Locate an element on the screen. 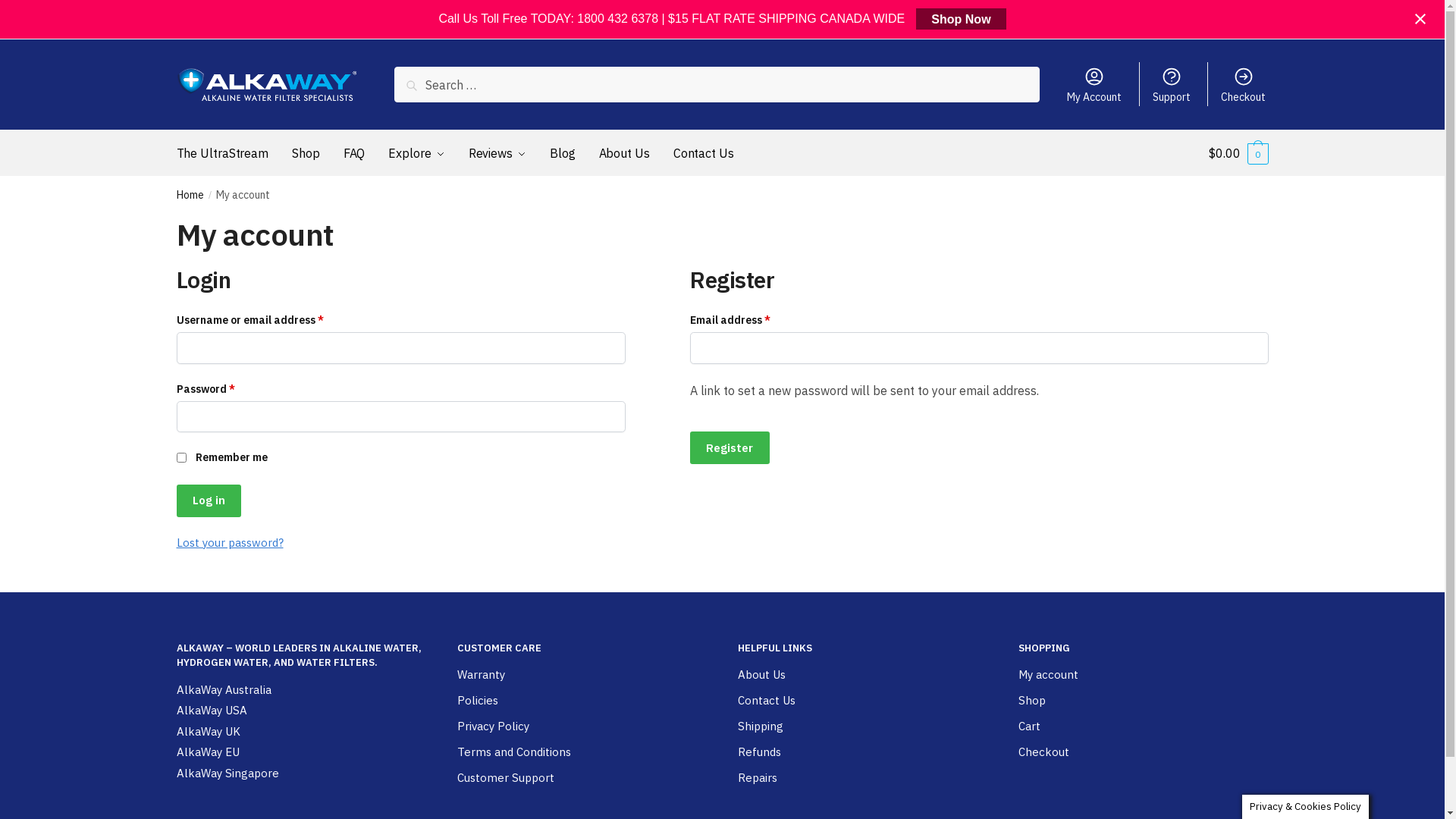 The height and width of the screenshot is (819, 1456). 'Warranty' is located at coordinates (479, 674).